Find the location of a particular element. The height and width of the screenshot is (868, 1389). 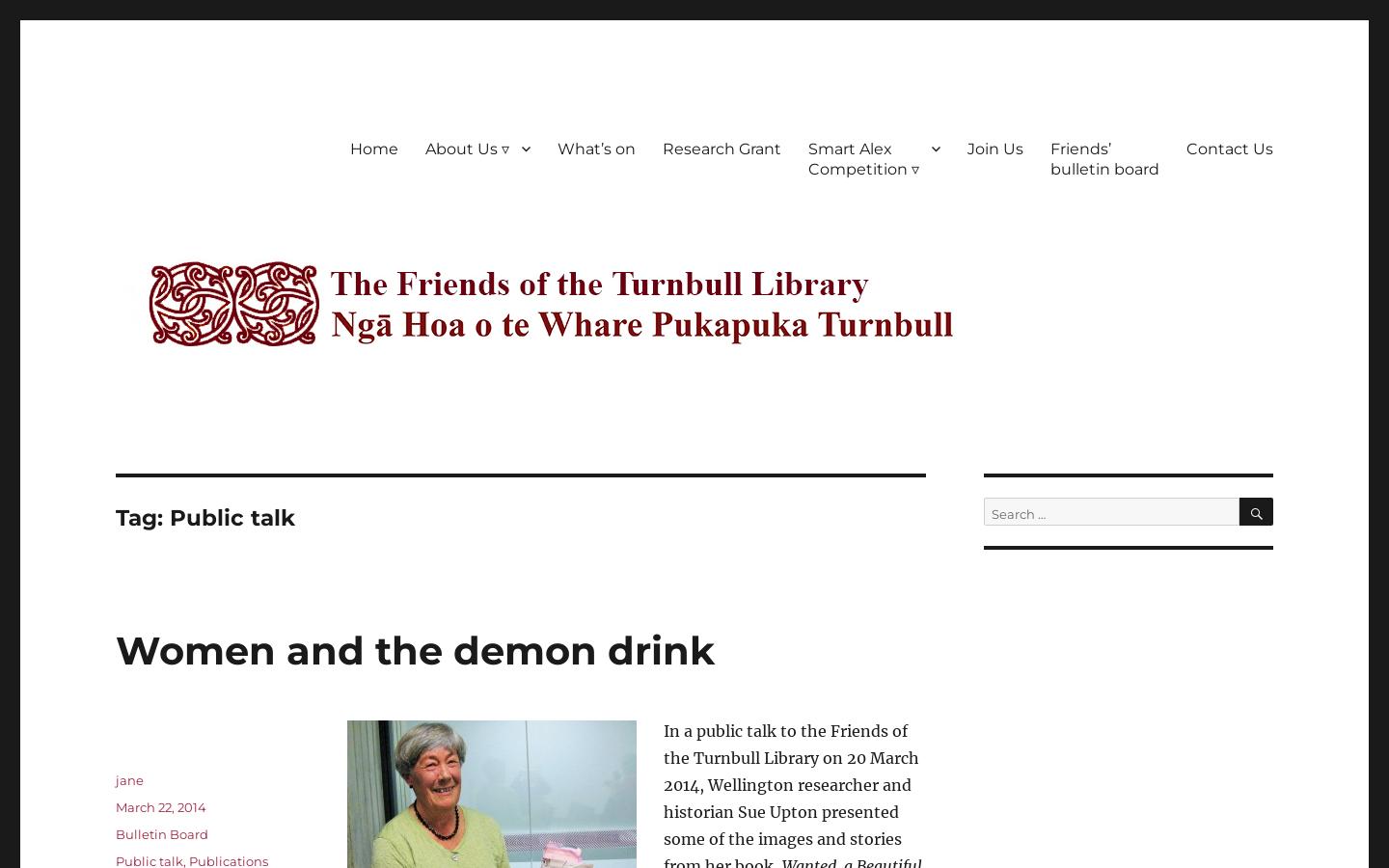

'Friends’' is located at coordinates (1079, 148).